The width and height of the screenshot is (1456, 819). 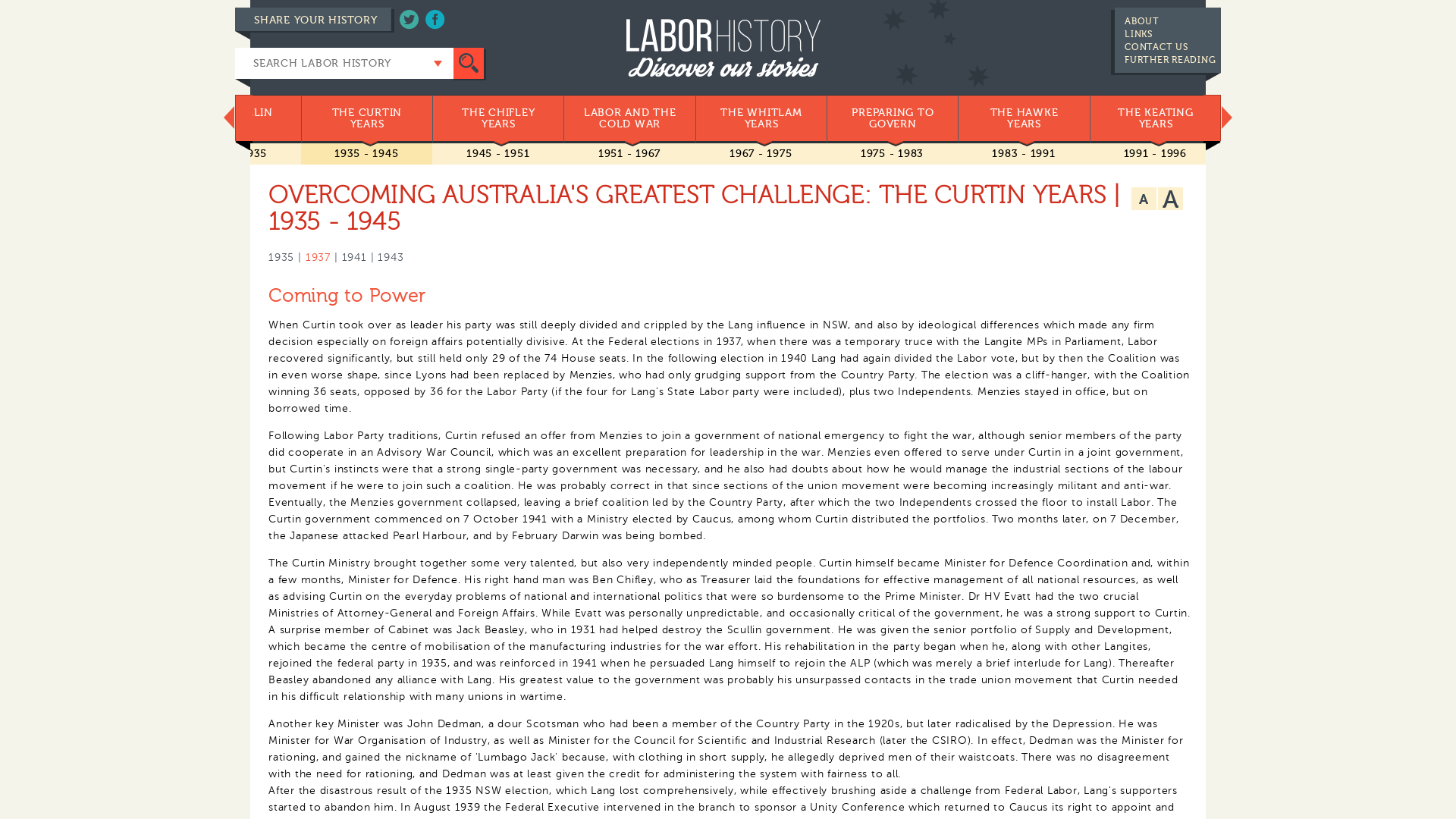 I want to click on '1975 - 1983', so click(x=892, y=153).